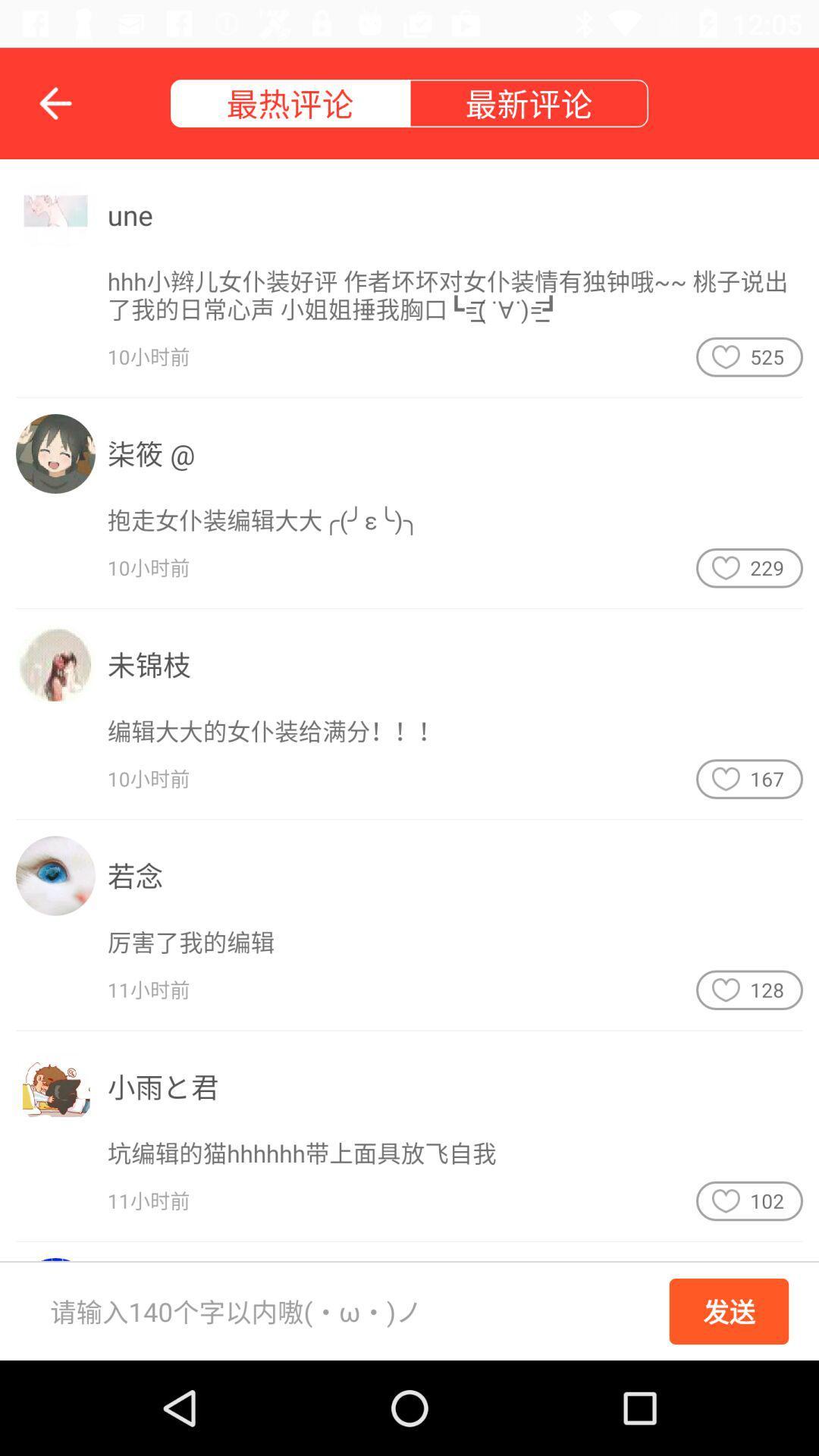  I want to click on the arrow_backward icon, so click(55, 102).